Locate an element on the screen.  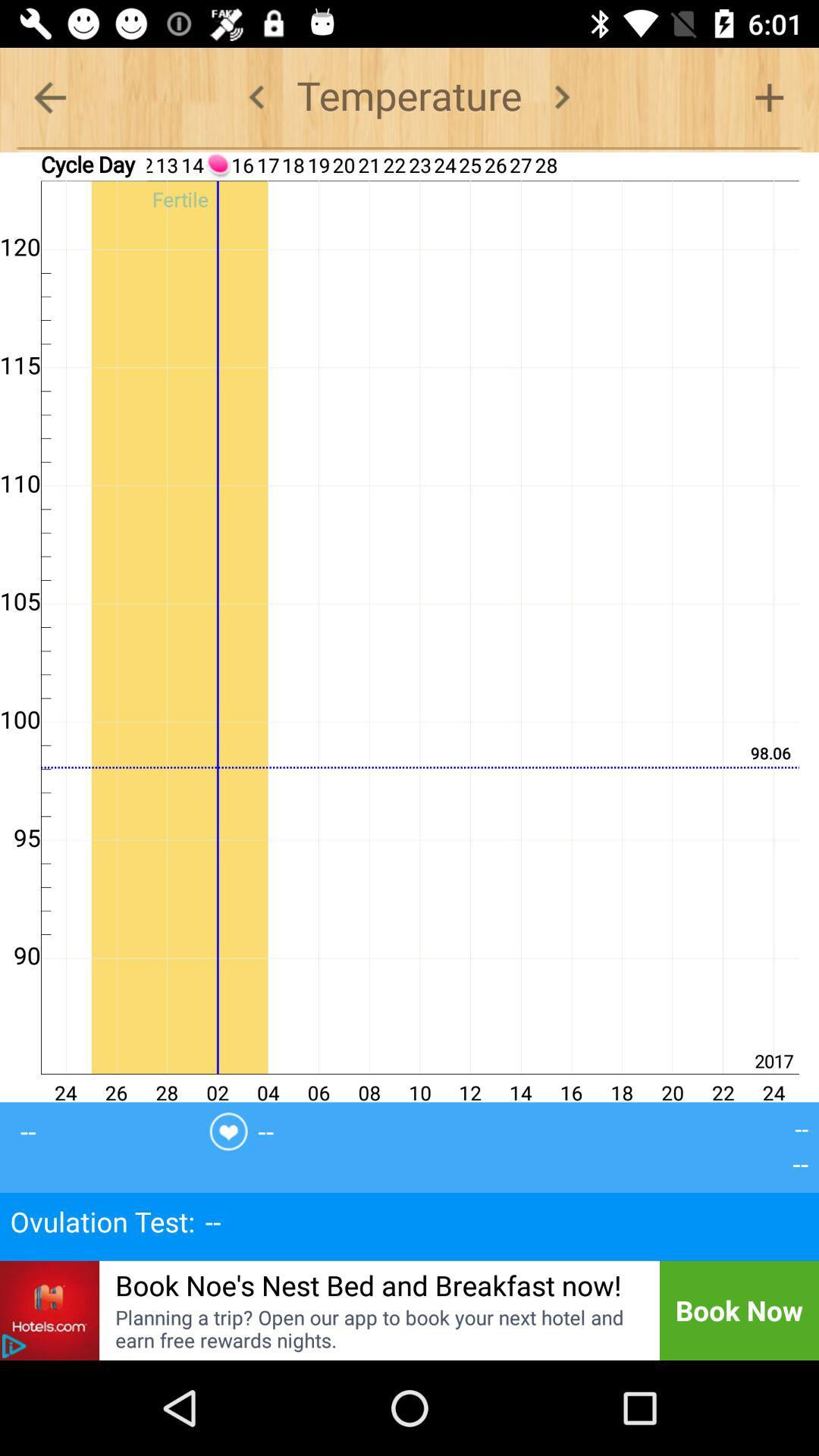
the arrow_backward icon is located at coordinates (49, 96).